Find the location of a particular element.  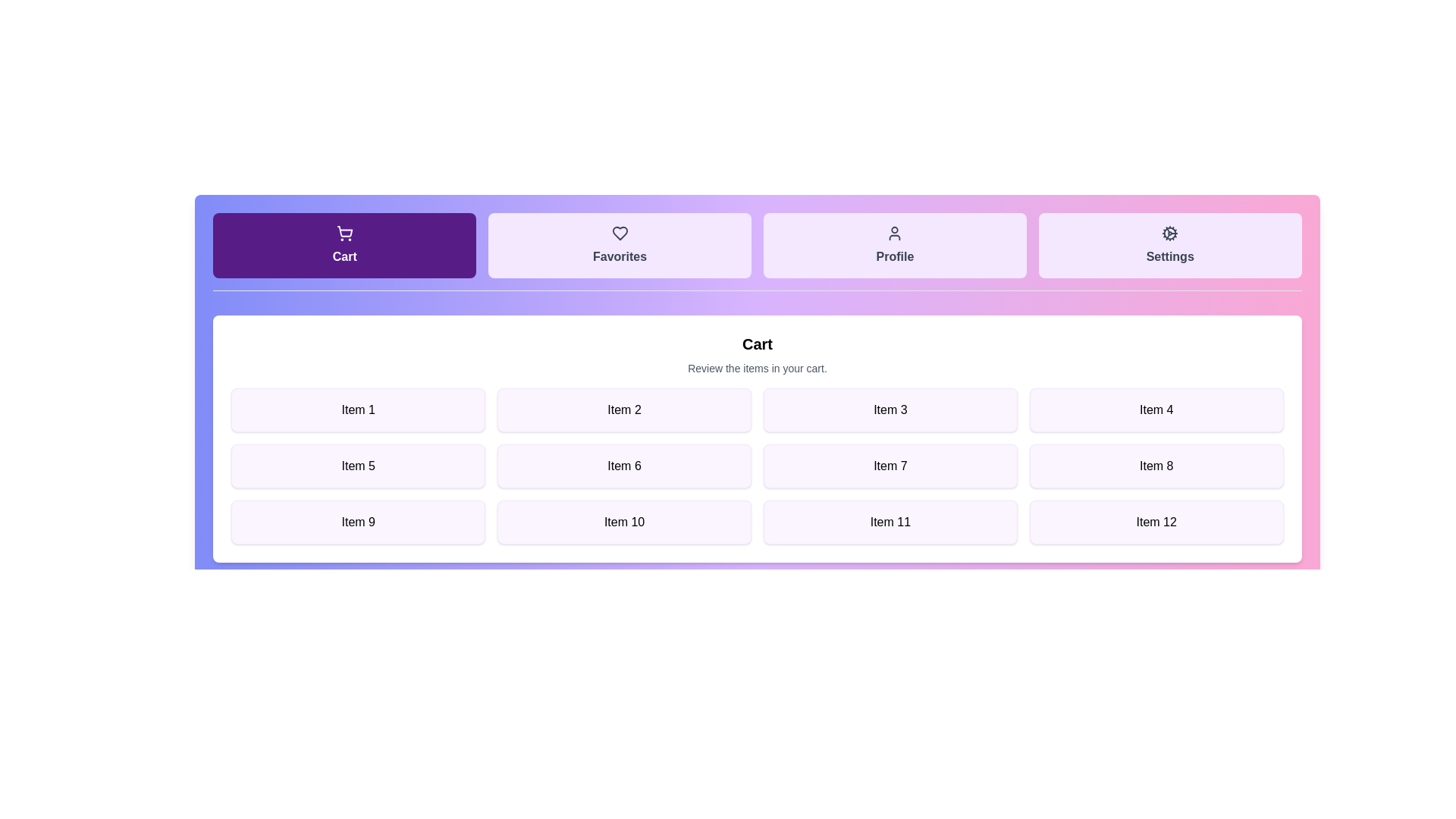

the Profile tab to observe its visual design is located at coordinates (895, 245).